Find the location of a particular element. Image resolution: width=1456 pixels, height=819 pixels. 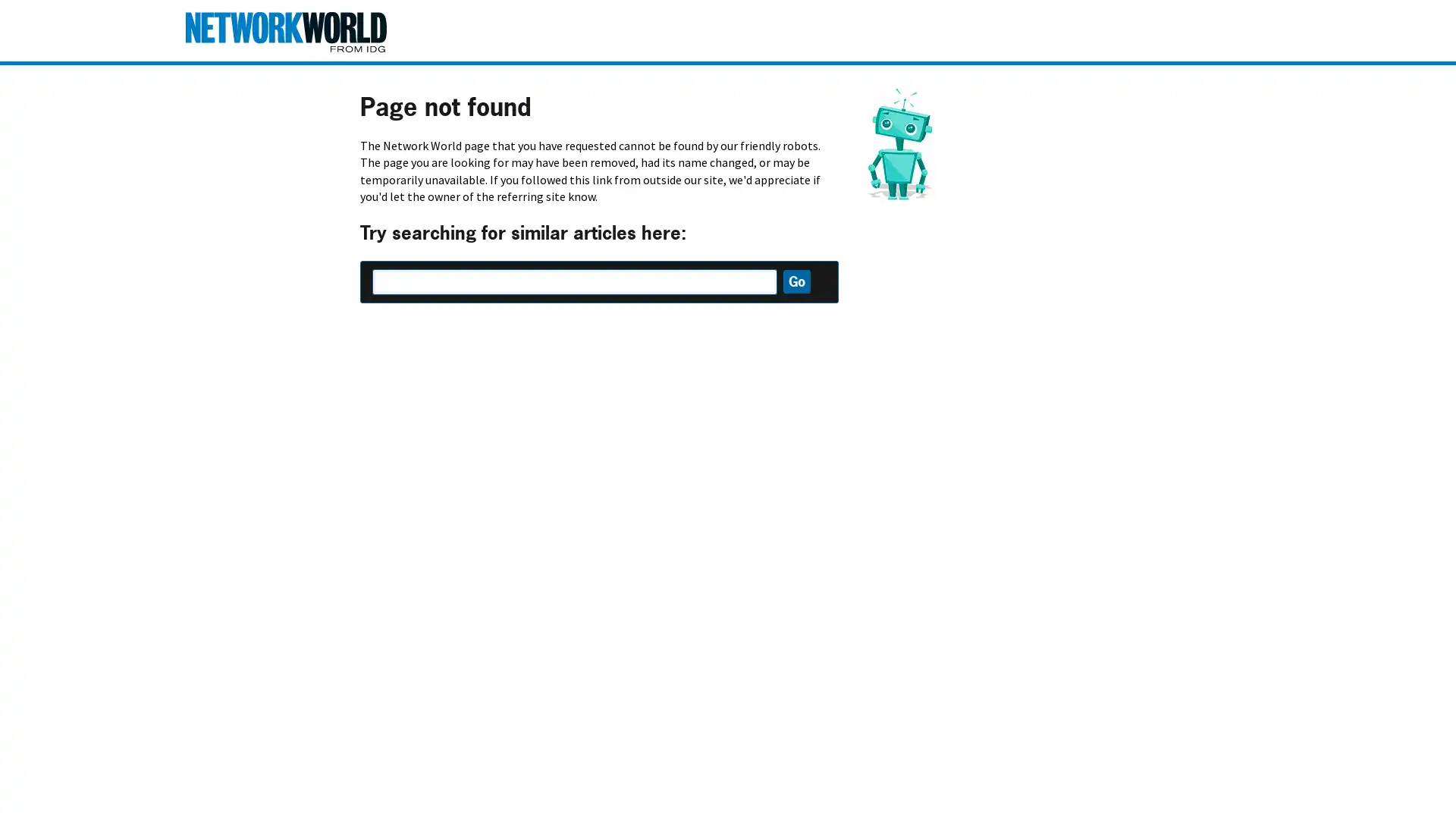

Go is located at coordinates (795, 281).